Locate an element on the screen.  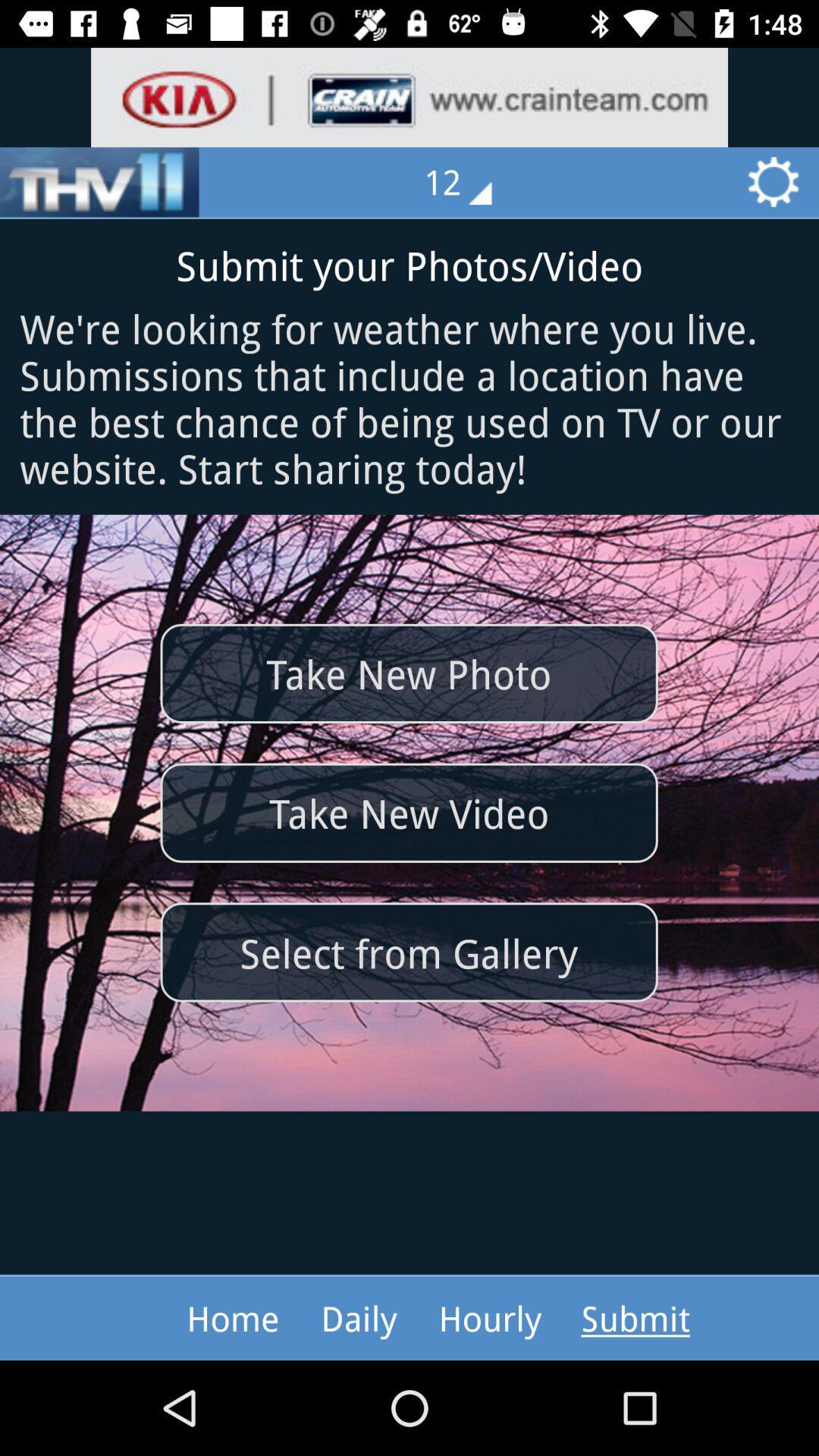
the 12 icon is located at coordinates (468, 182).